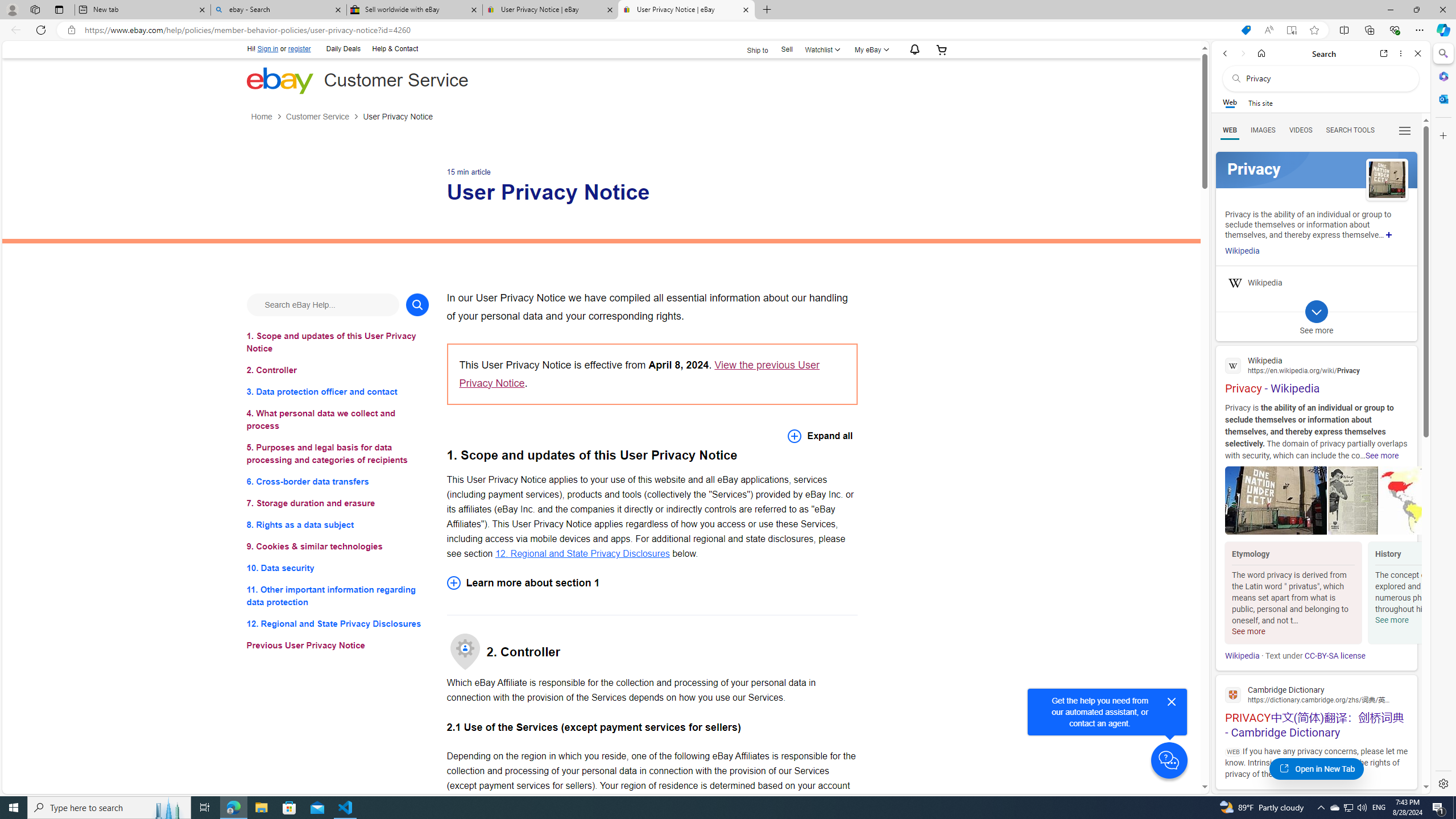  Describe the element at coordinates (1326, 78) in the screenshot. I see `'Search the web'` at that location.